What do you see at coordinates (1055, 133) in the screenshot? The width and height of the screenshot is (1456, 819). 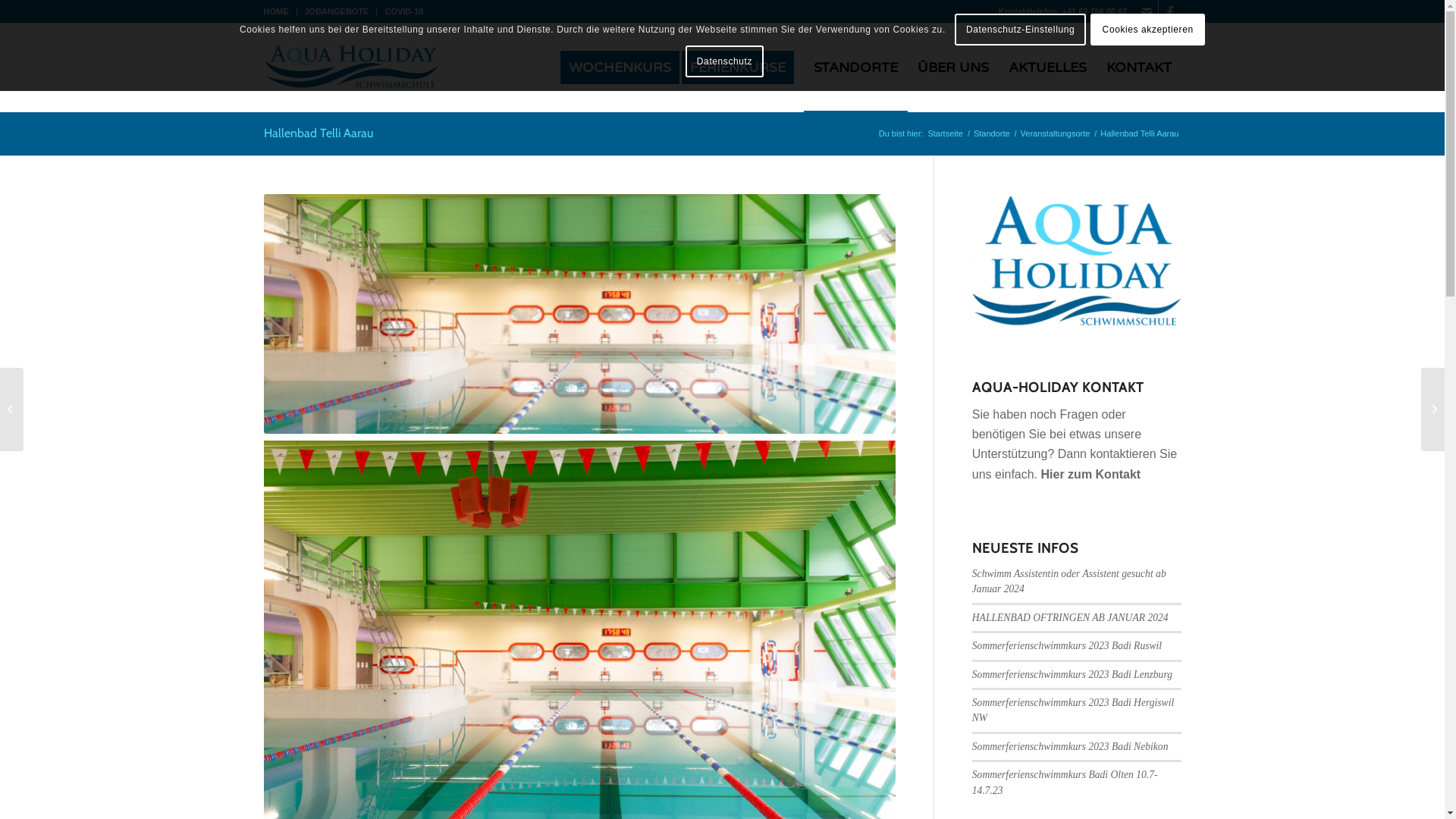 I see `'Veranstaltungsorte'` at bounding box center [1055, 133].